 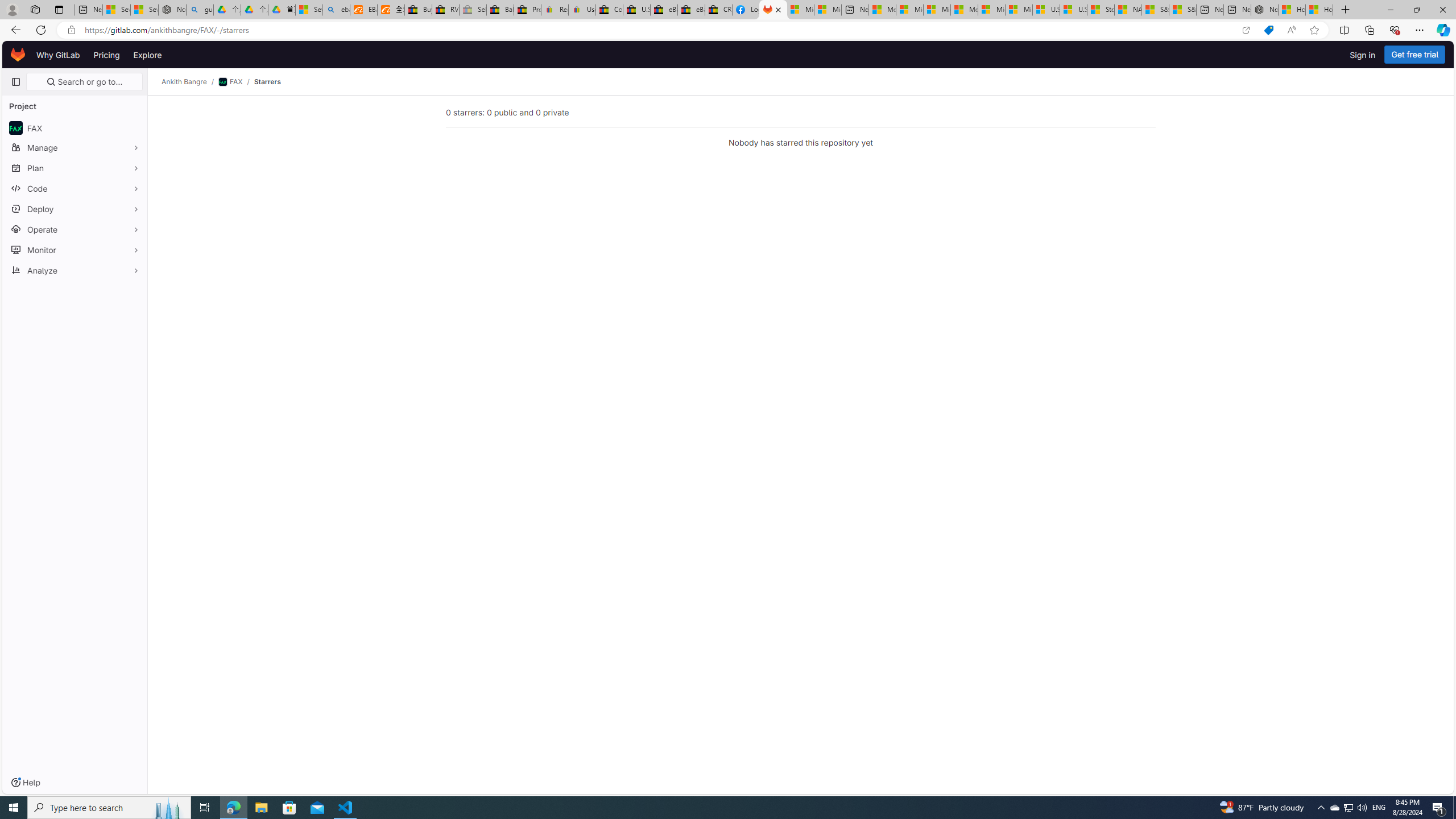 I want to click on 'Minimize', so click(x=1389, y=9).